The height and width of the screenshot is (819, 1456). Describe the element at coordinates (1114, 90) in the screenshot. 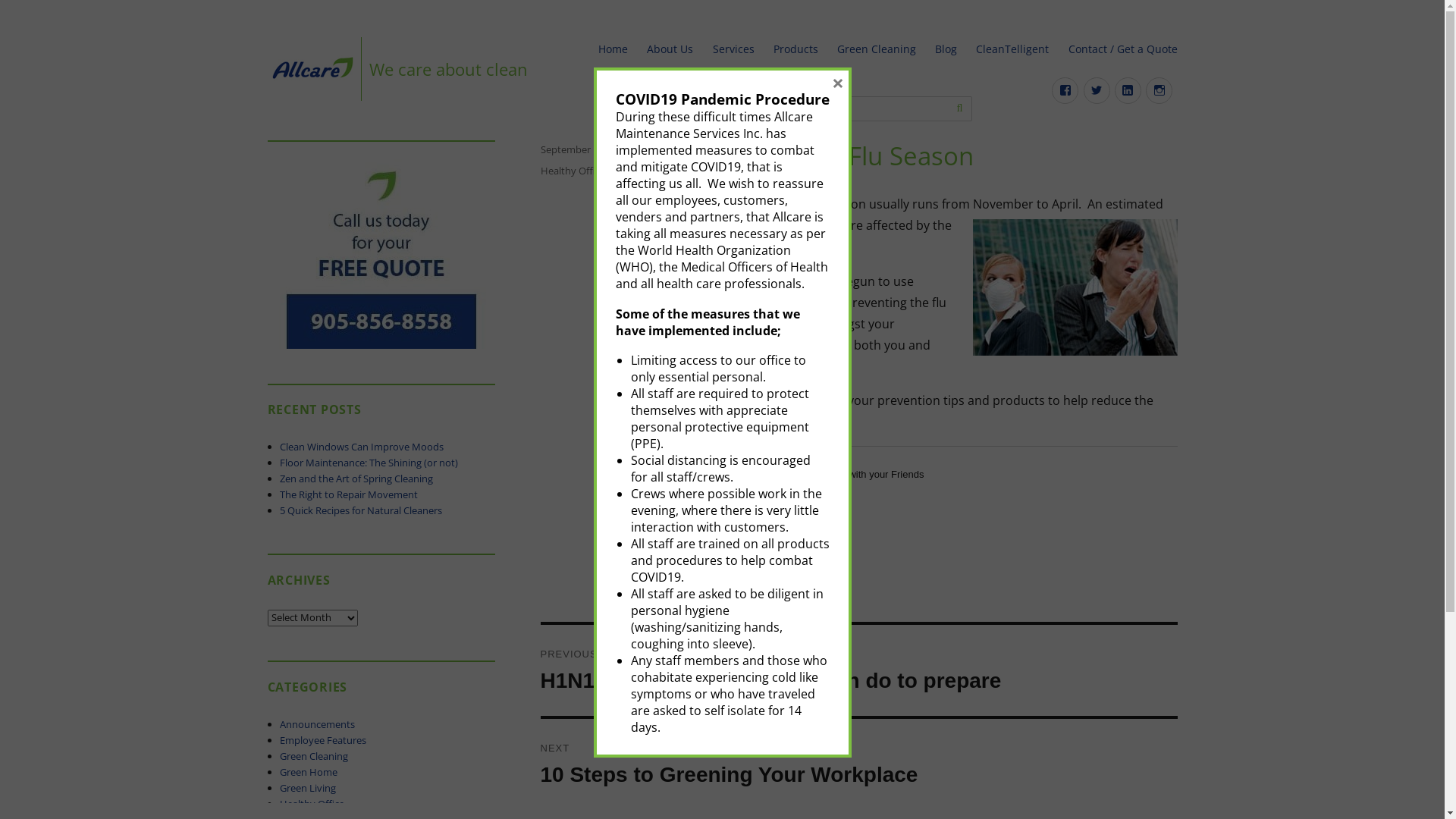

I see `'LinkedIN'` at that location.